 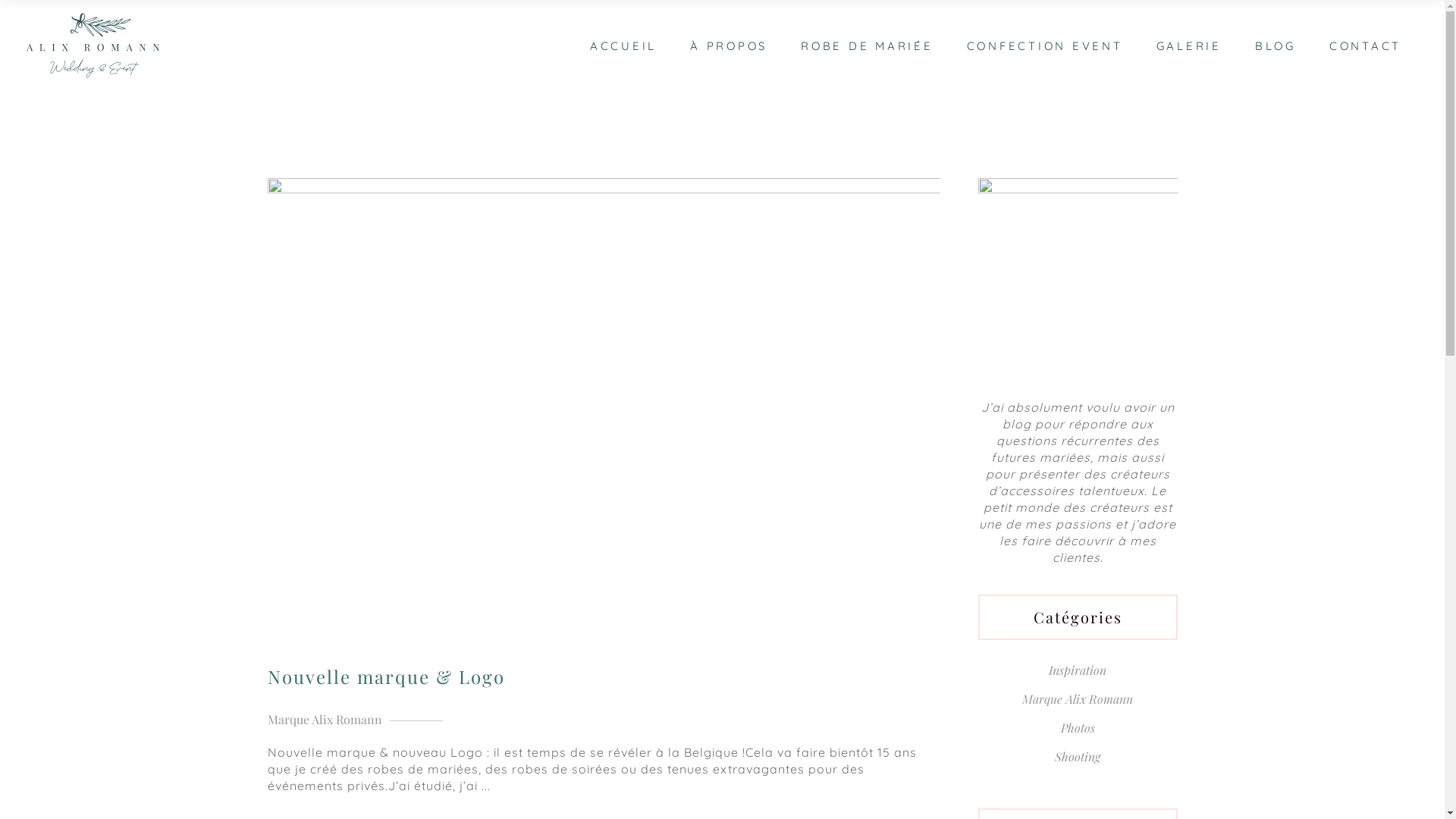 What do you see at coordinates (603, 402) in the screenshot?
I see `'Nouvelle marque & Logo'` at bounding box center [603, 402].